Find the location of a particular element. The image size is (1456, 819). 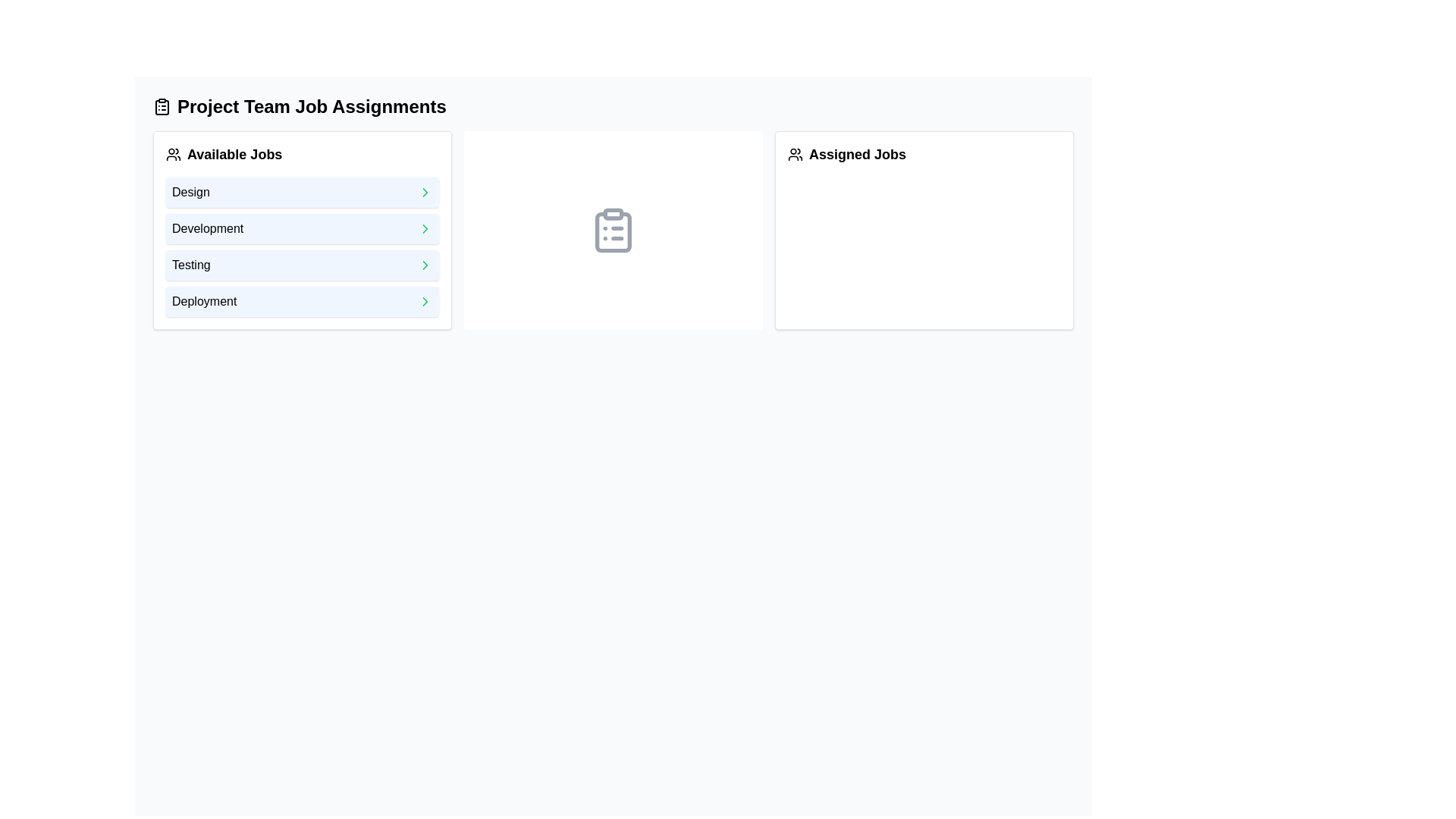

the icon representing users or groups, located to the left of the 'Assigned Jobs' title at the top-left section of the 'Assigned Jobs' card is located at coordinates (795, 155).